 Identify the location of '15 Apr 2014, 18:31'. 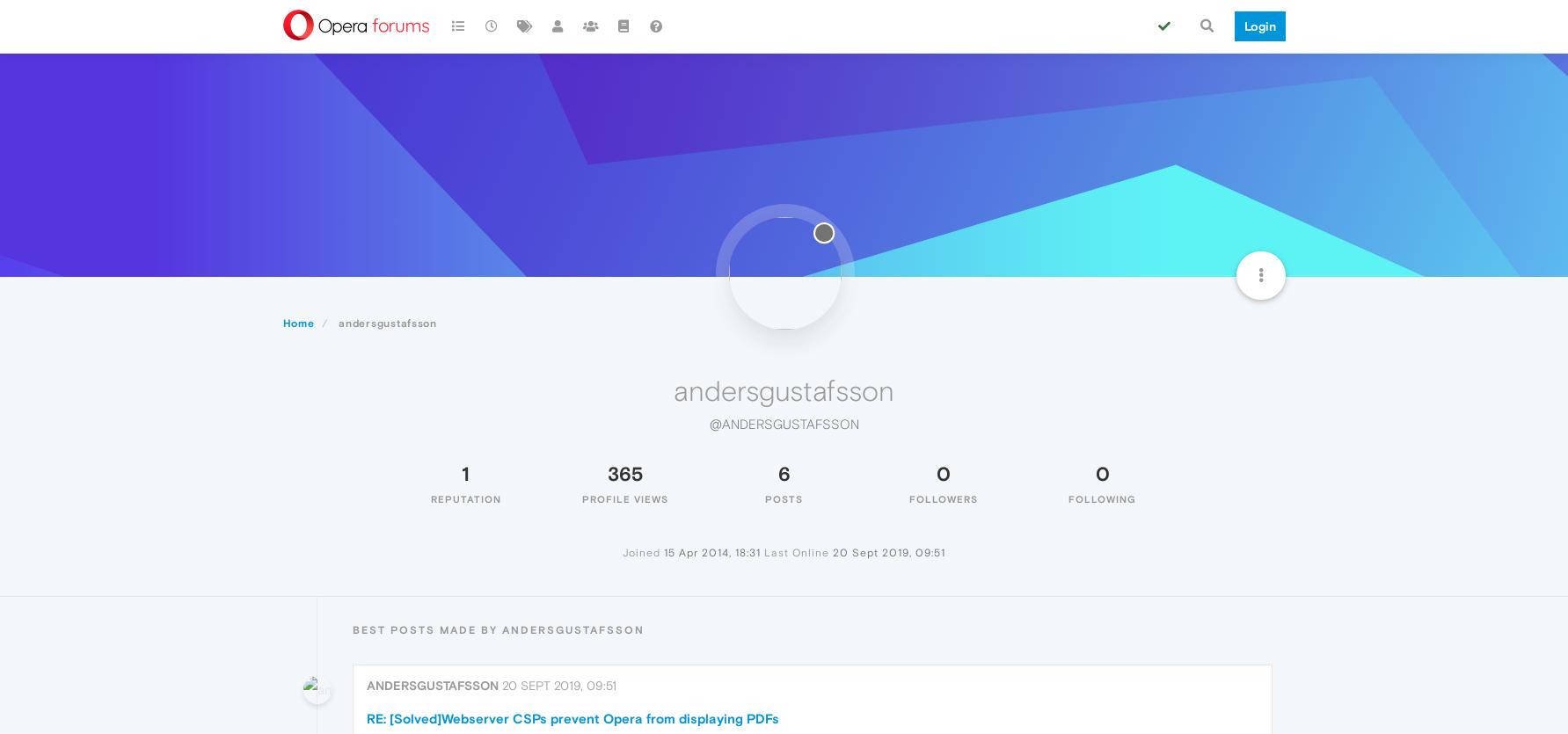
(712, 551).